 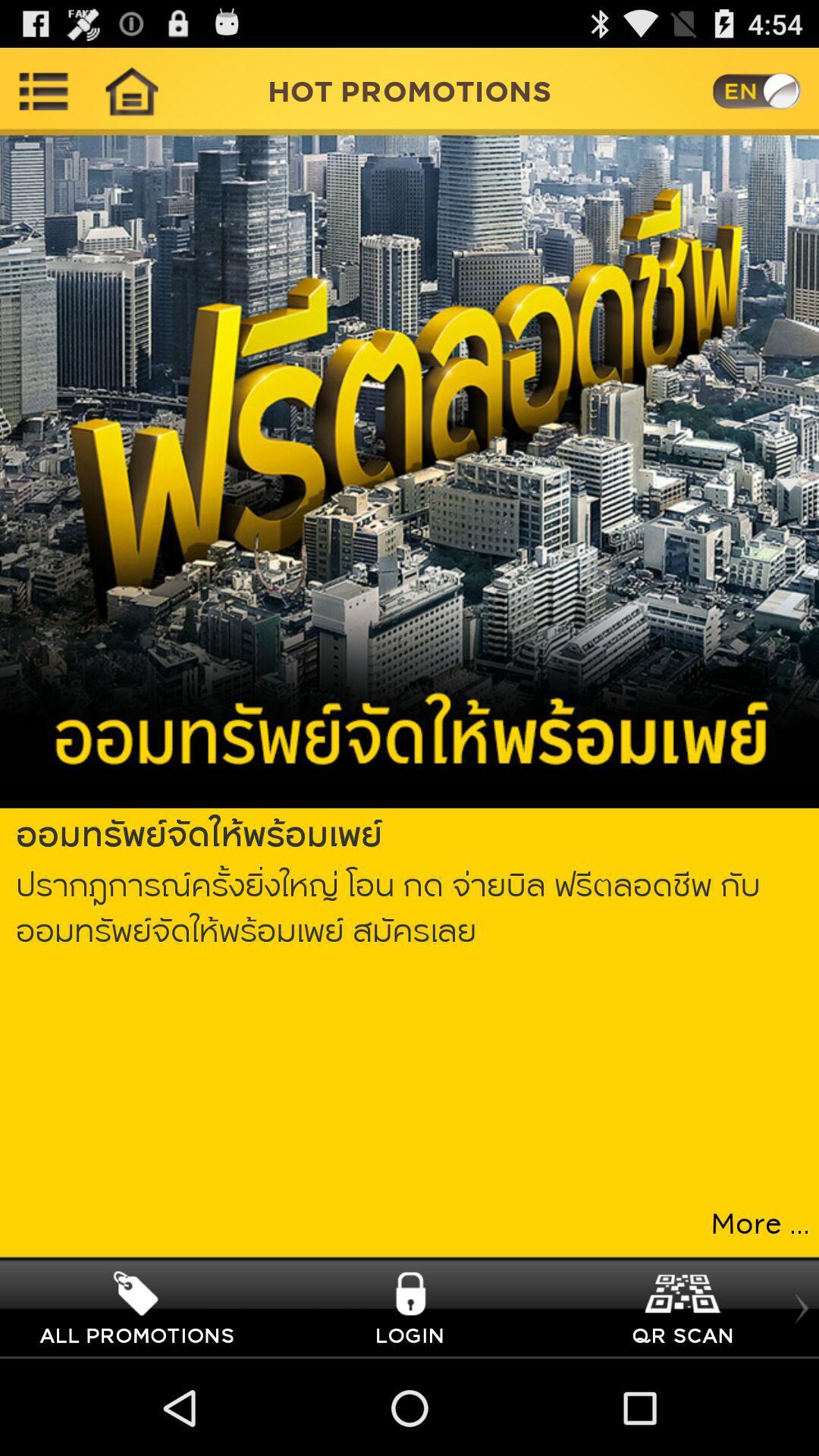 What do you see at coordinates (42, 90) in the screenshot?
I see `open main menu` at bounding box center [42, 90].